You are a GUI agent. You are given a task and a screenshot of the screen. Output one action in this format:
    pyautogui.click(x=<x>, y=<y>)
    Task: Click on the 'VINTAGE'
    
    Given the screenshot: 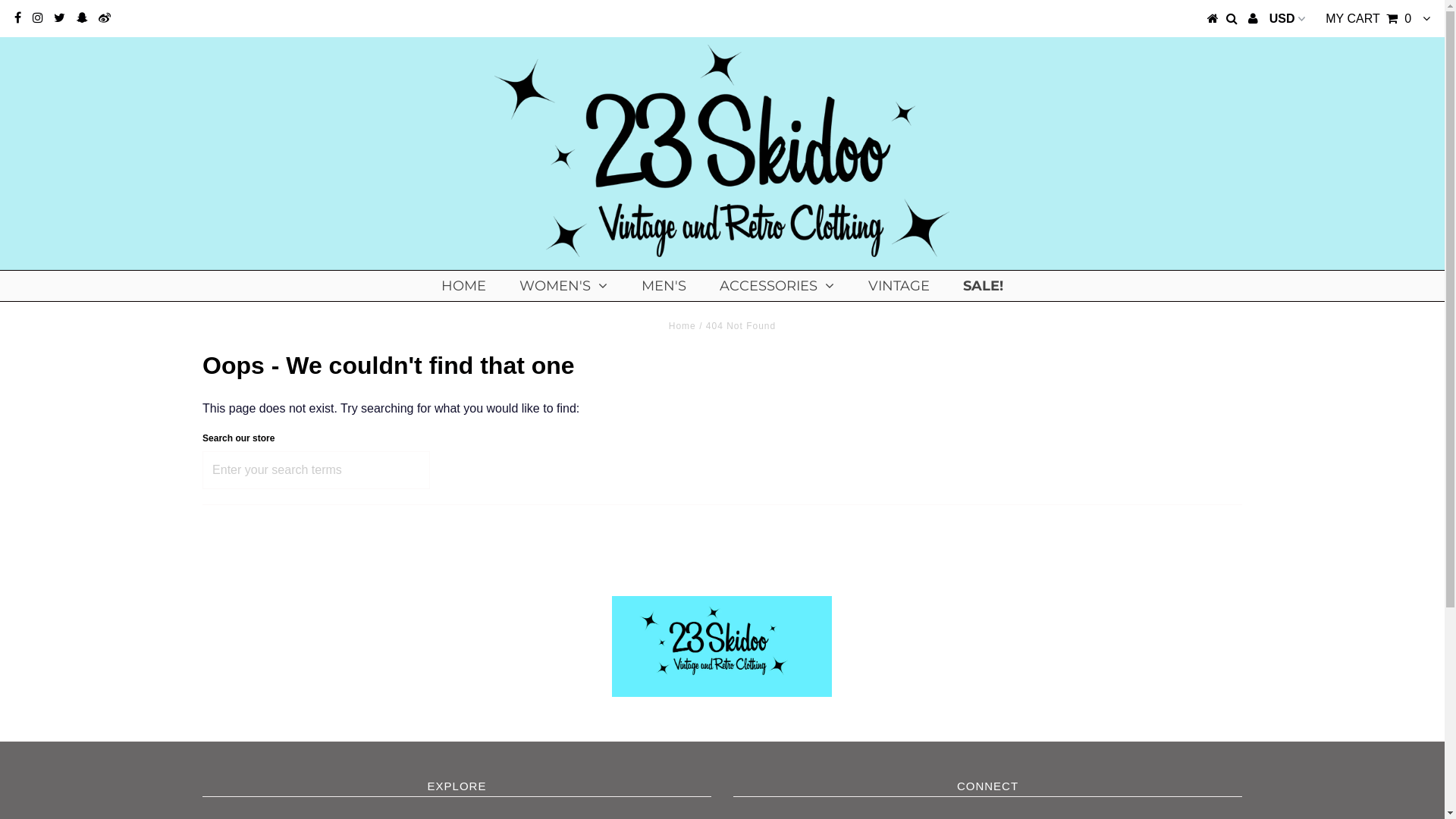 What is the action you would take?
    pyautogui.click(x=899, y=286)
    